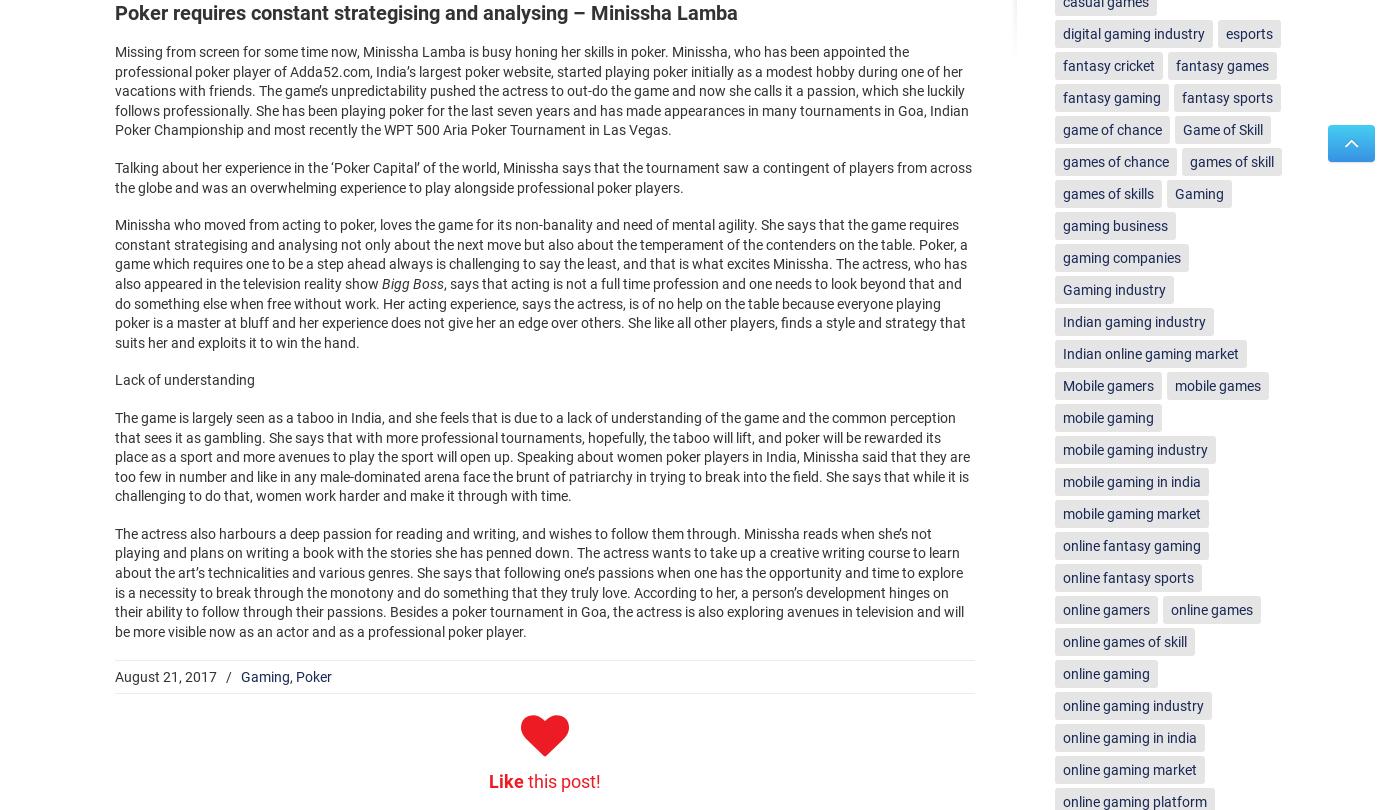 The width and height of the screenshot is (1400, 810). Describe the element at coordinates (1182, 98) in the screenshot. I see `'fantasy sports'` at that location.